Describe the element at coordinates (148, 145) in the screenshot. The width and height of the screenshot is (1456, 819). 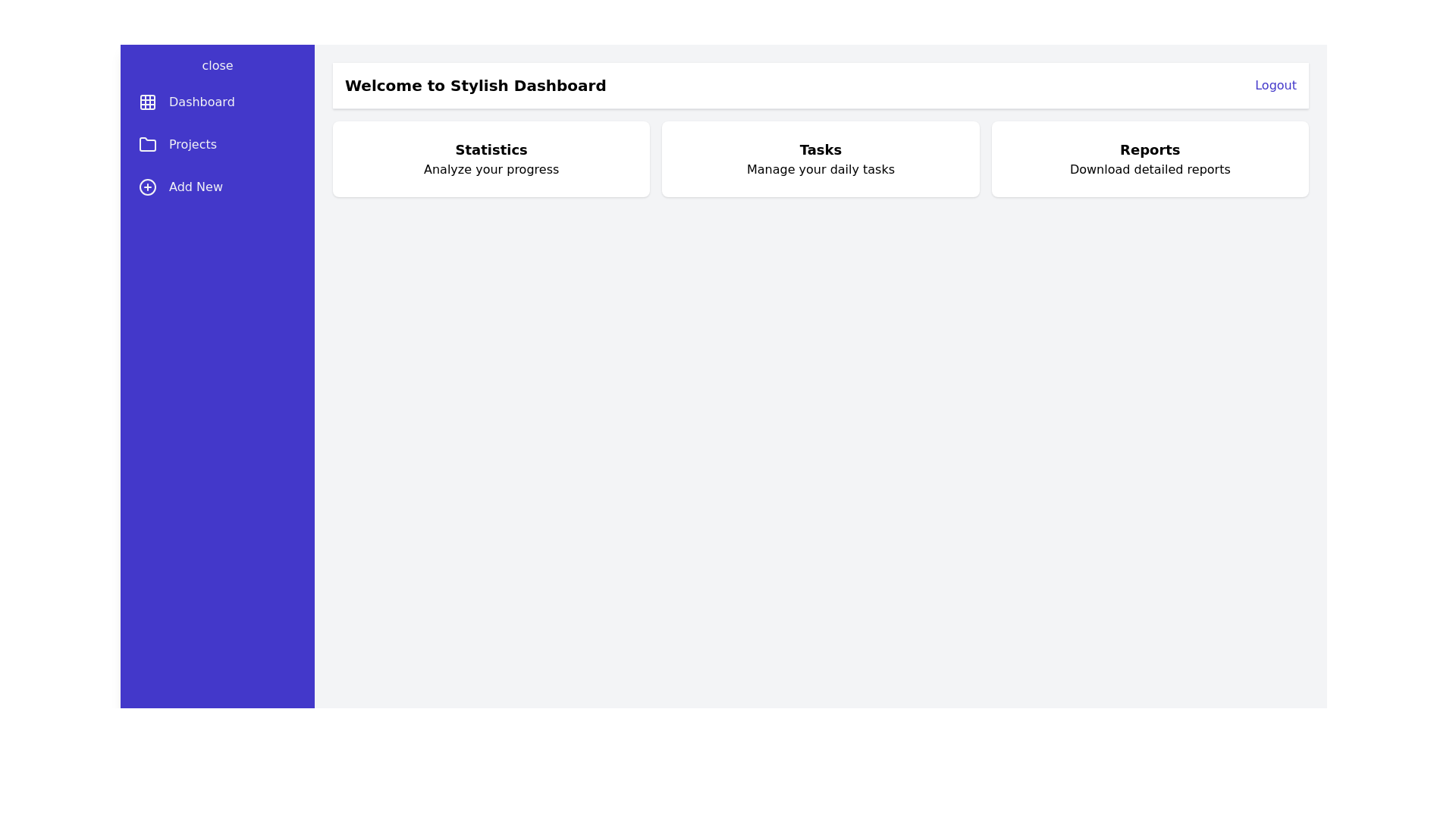
I see `the small folder-shaped icon located slightly to the left of the 'Projects' text label in the sidebar menu` at that location.